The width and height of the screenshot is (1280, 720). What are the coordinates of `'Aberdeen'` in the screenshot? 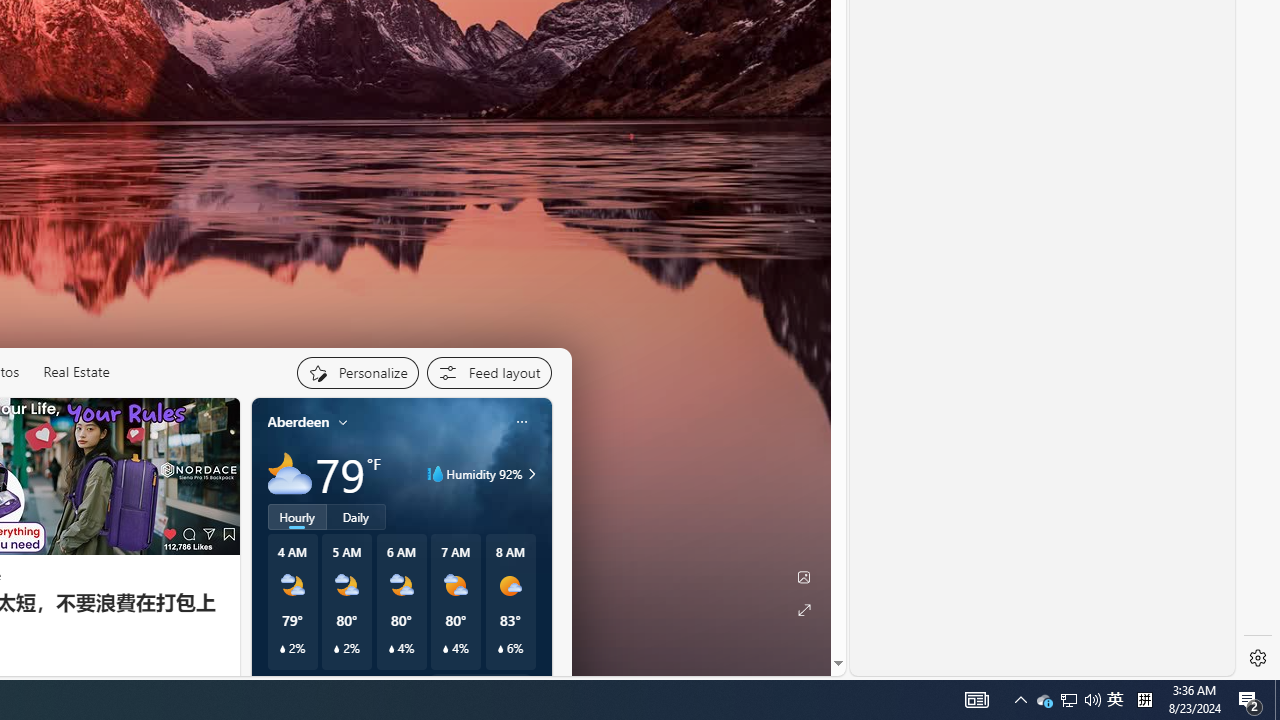 It's located at (297, 421).